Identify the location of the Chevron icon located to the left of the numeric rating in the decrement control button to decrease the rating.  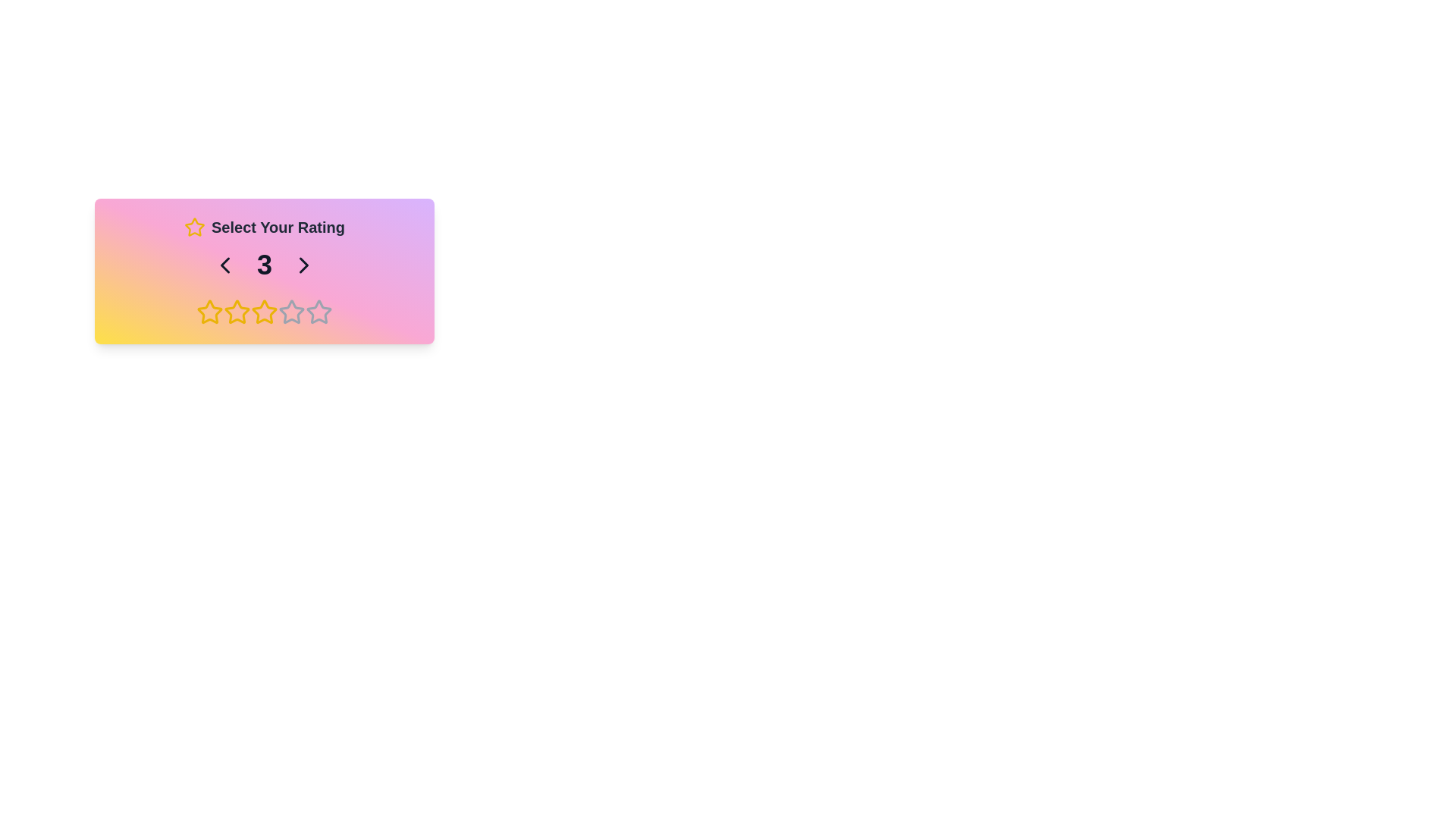
(224, 265).